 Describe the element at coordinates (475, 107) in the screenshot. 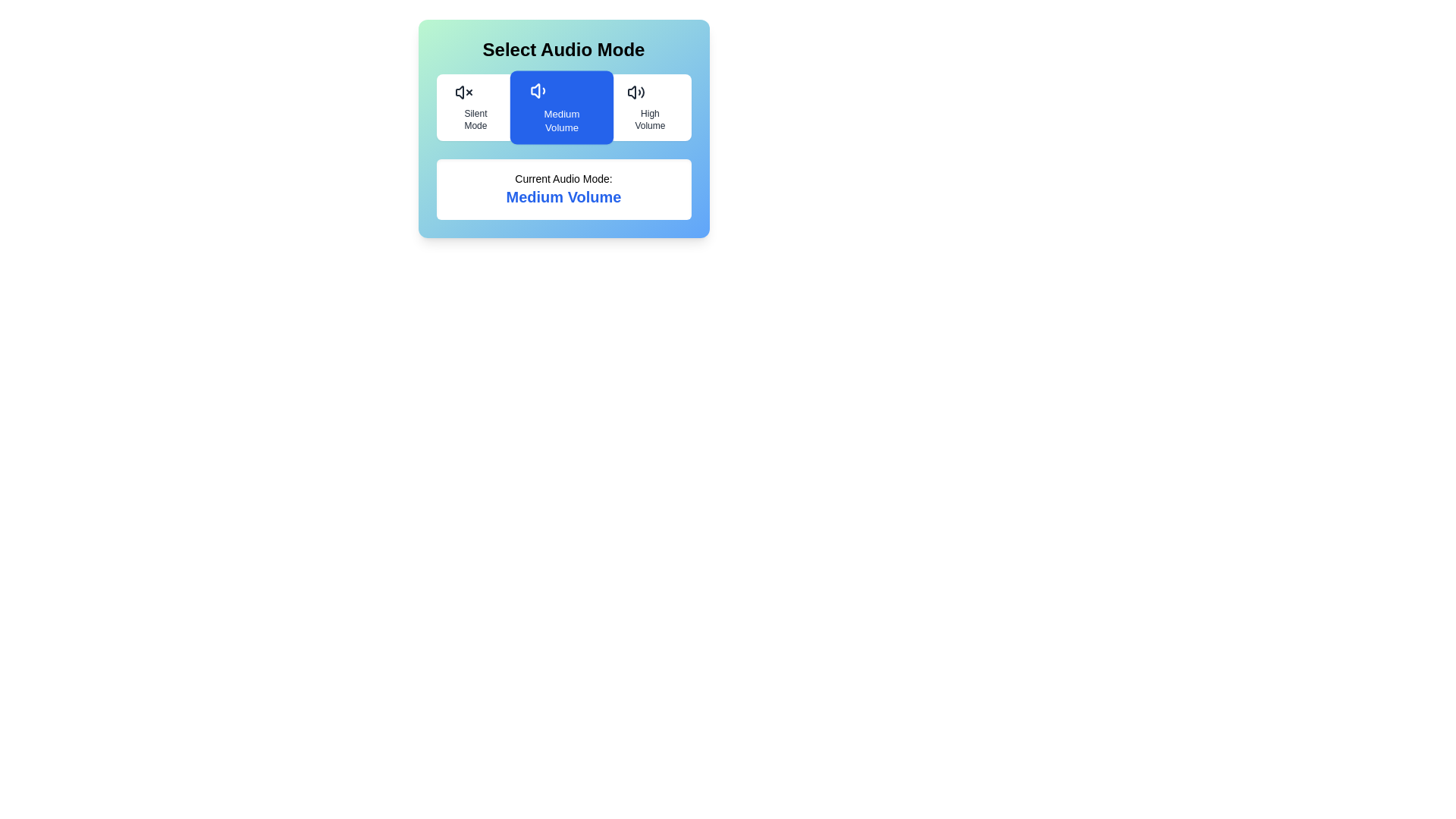

I see `the audio mode Silent Mode by clicking the corresponding button` at that location.